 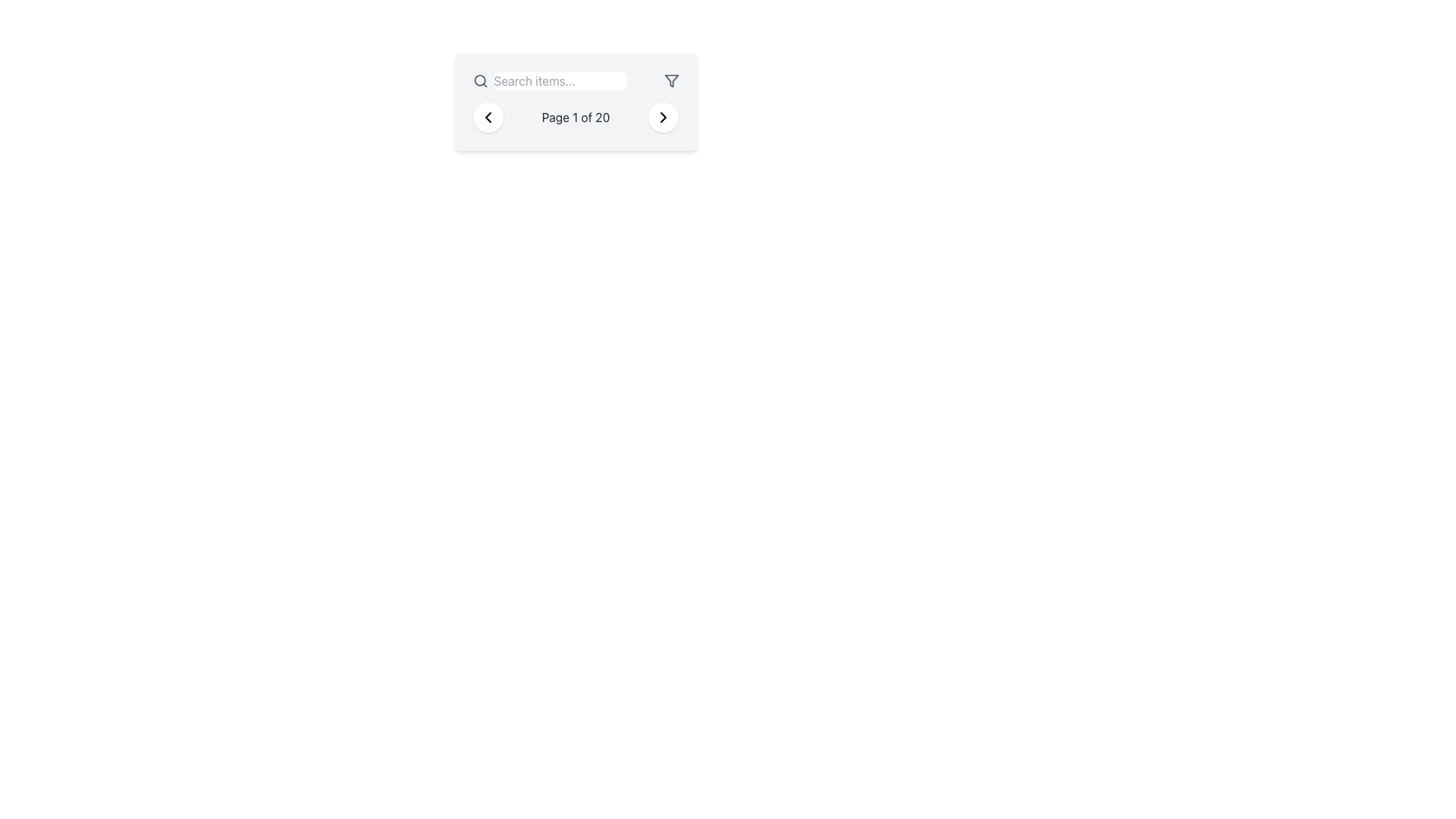 What do you see at coordinates (548, 81) in the screenshot?
I see `the search field text input box, which is a composite UI component featuring a magnifying glass icon, to interact with its placeholder text` at bounding box center [548, 81].